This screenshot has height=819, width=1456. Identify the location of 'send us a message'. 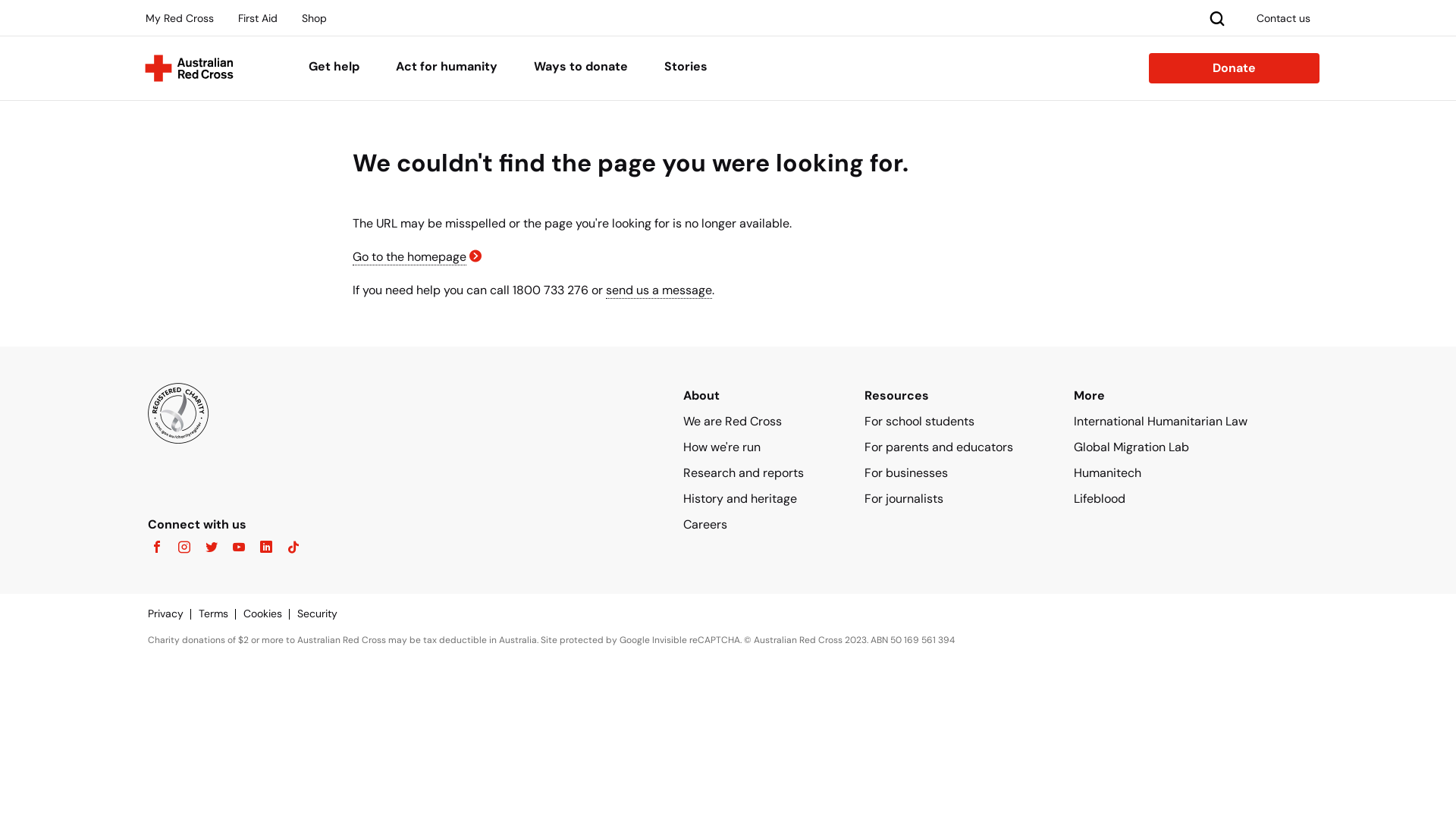
(658, 290).